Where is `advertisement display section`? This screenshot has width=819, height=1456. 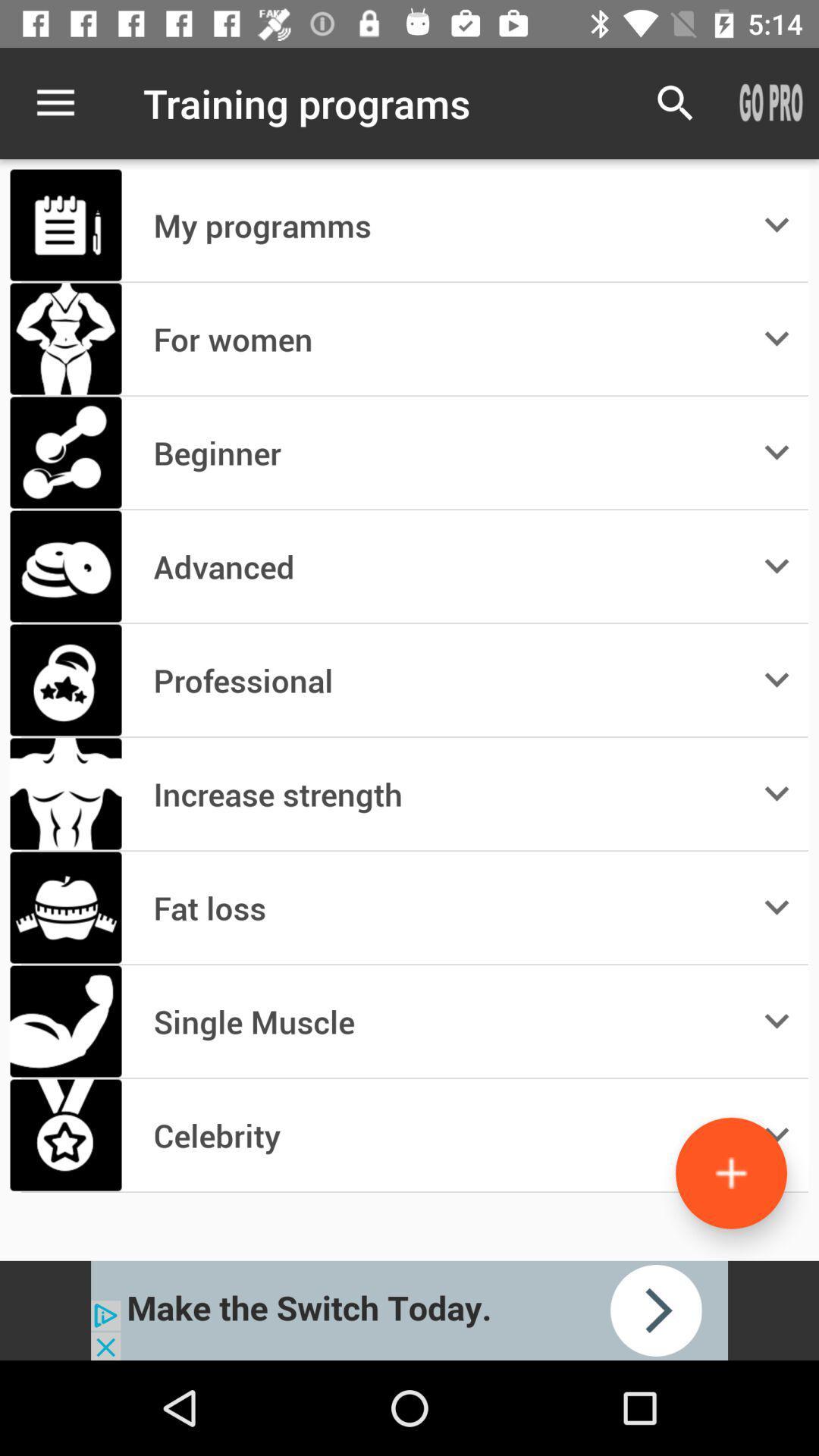 advertisement display section is located at coordinates (409, 1310).